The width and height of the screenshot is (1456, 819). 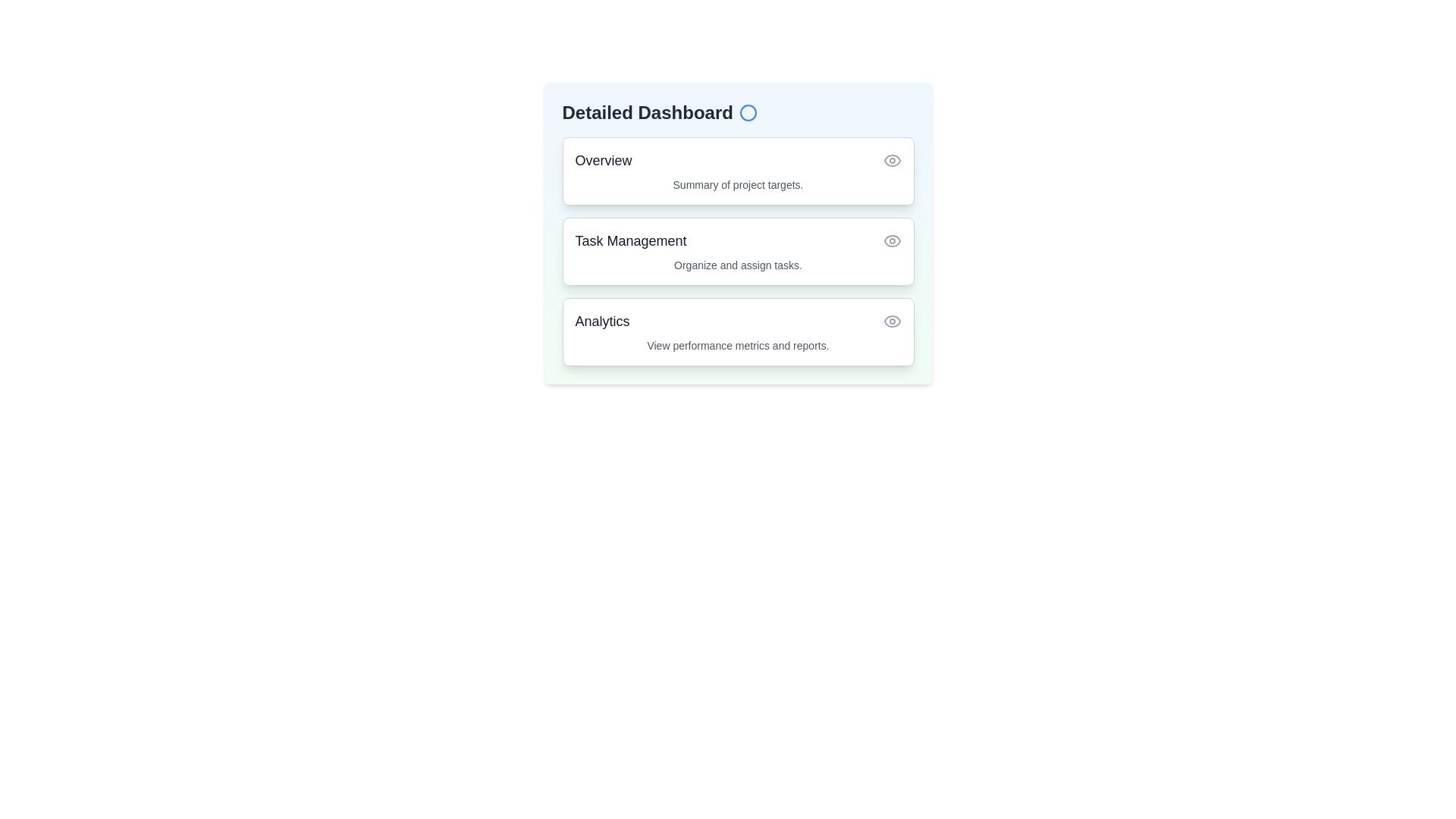 What do you see at coordinates (738, 250) in the screenshot?
I see `the item Task Management to observe its hover effect` at bounding box center [738, 250].